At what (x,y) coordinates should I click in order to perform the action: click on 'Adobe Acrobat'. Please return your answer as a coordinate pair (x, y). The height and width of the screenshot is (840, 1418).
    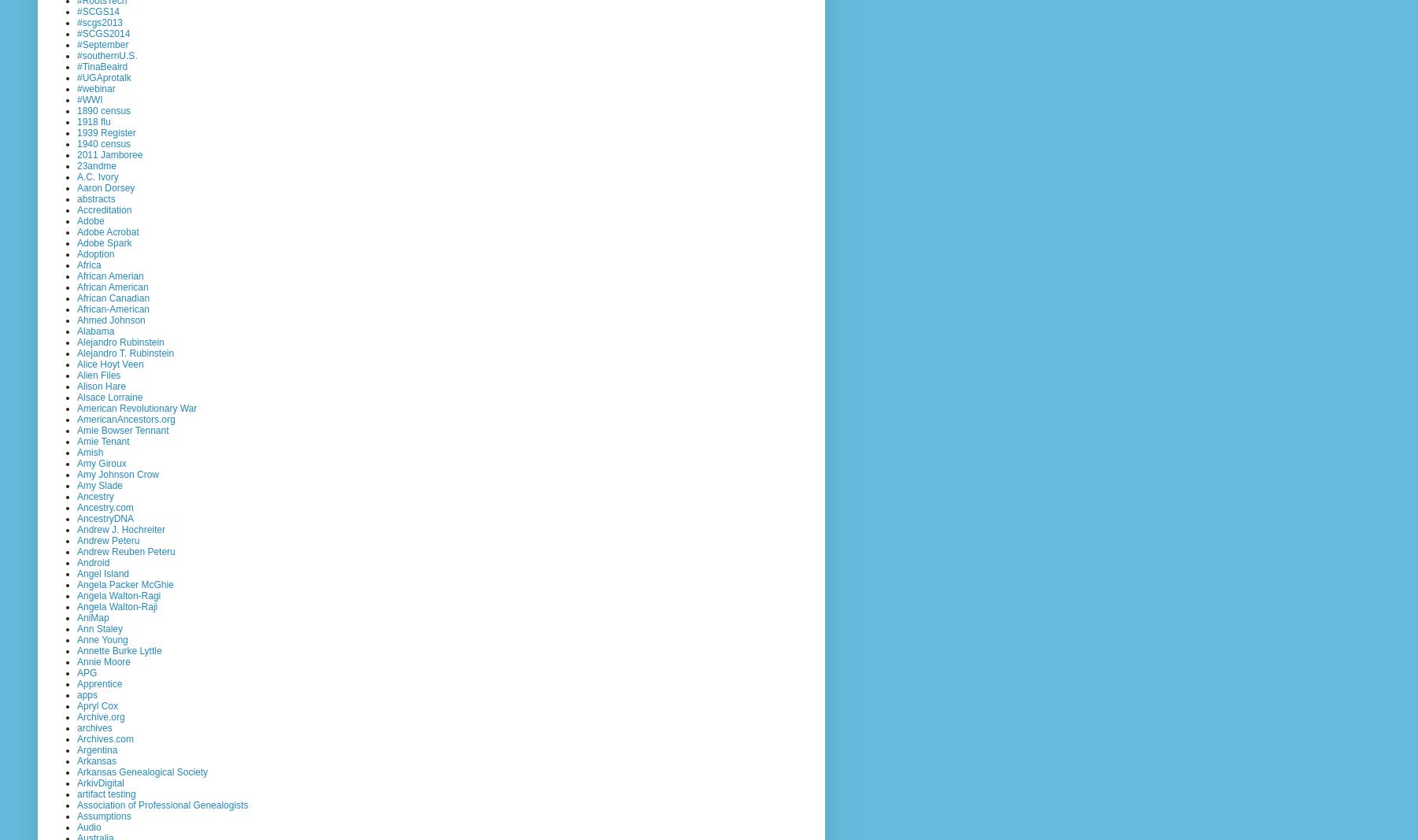
    Looking at the image, I should click on (108, 231).